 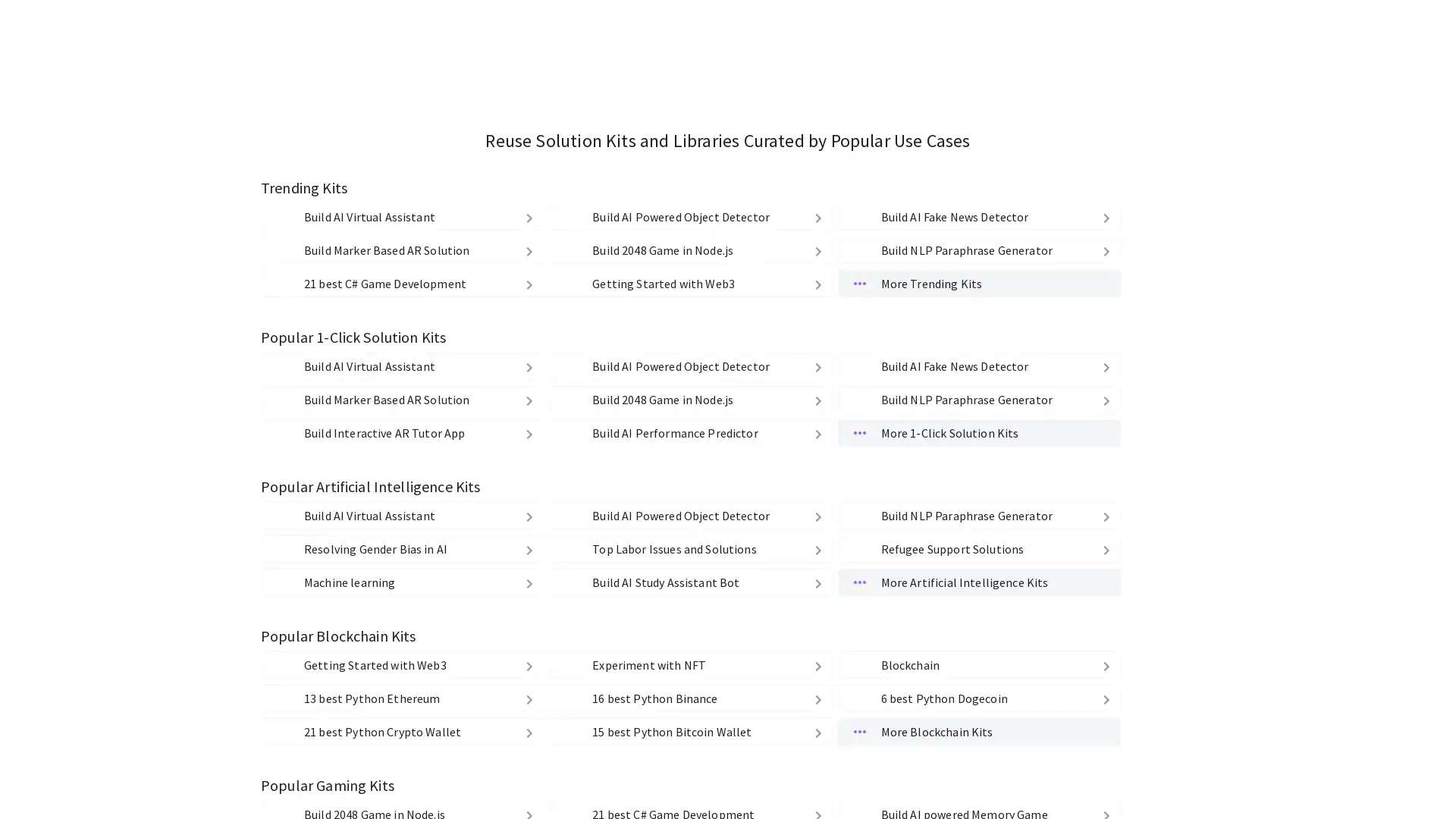 I want to click on delete, so click(x=1106, y=598).